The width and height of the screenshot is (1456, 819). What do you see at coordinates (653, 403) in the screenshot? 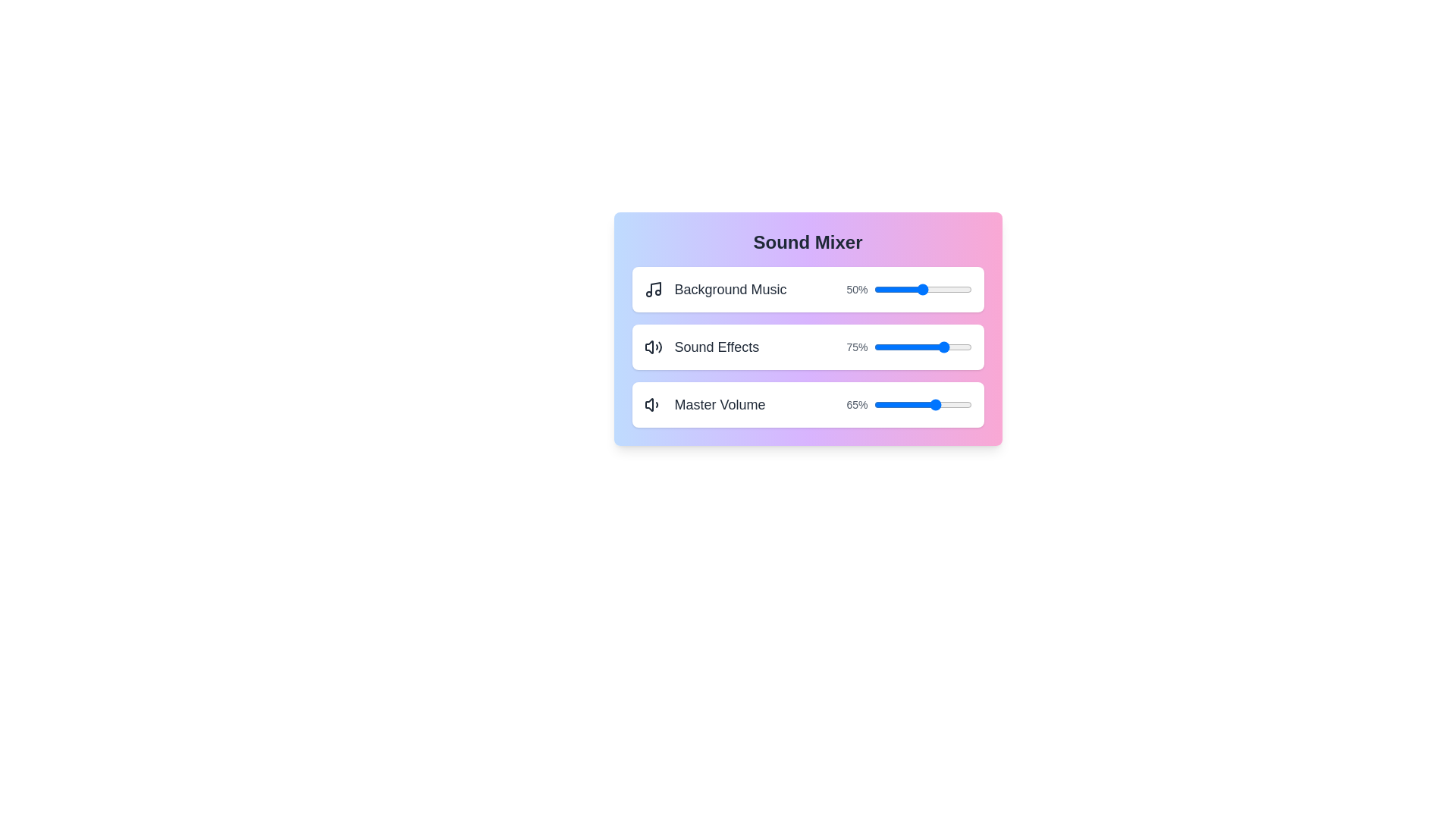
I see `the sound control icon for Master Volume` at bounding box center [653, 403].